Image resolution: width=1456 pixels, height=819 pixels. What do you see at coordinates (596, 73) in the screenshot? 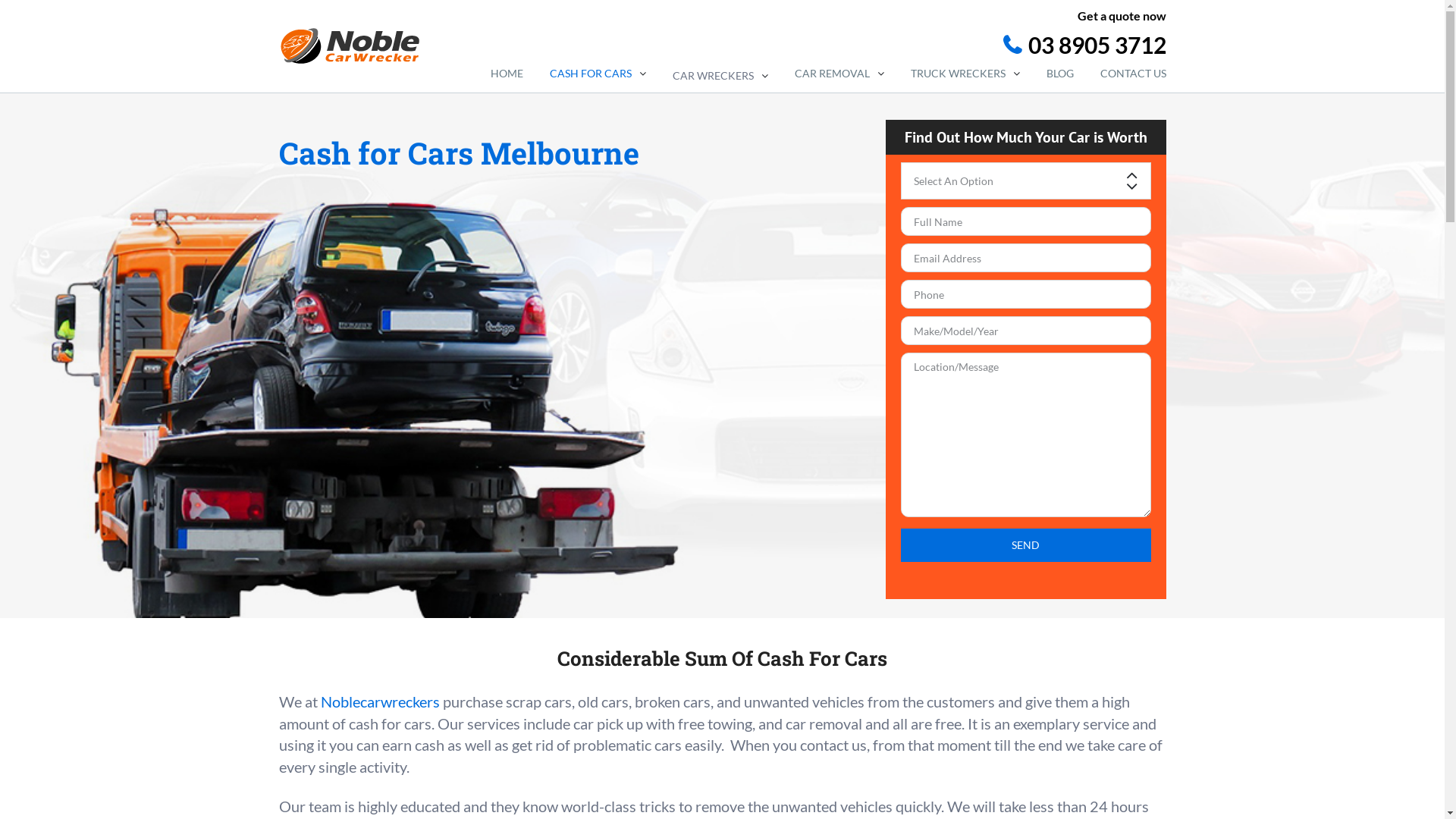
I see `'CASH FOR CARS'` at bounding box center [596, 73].